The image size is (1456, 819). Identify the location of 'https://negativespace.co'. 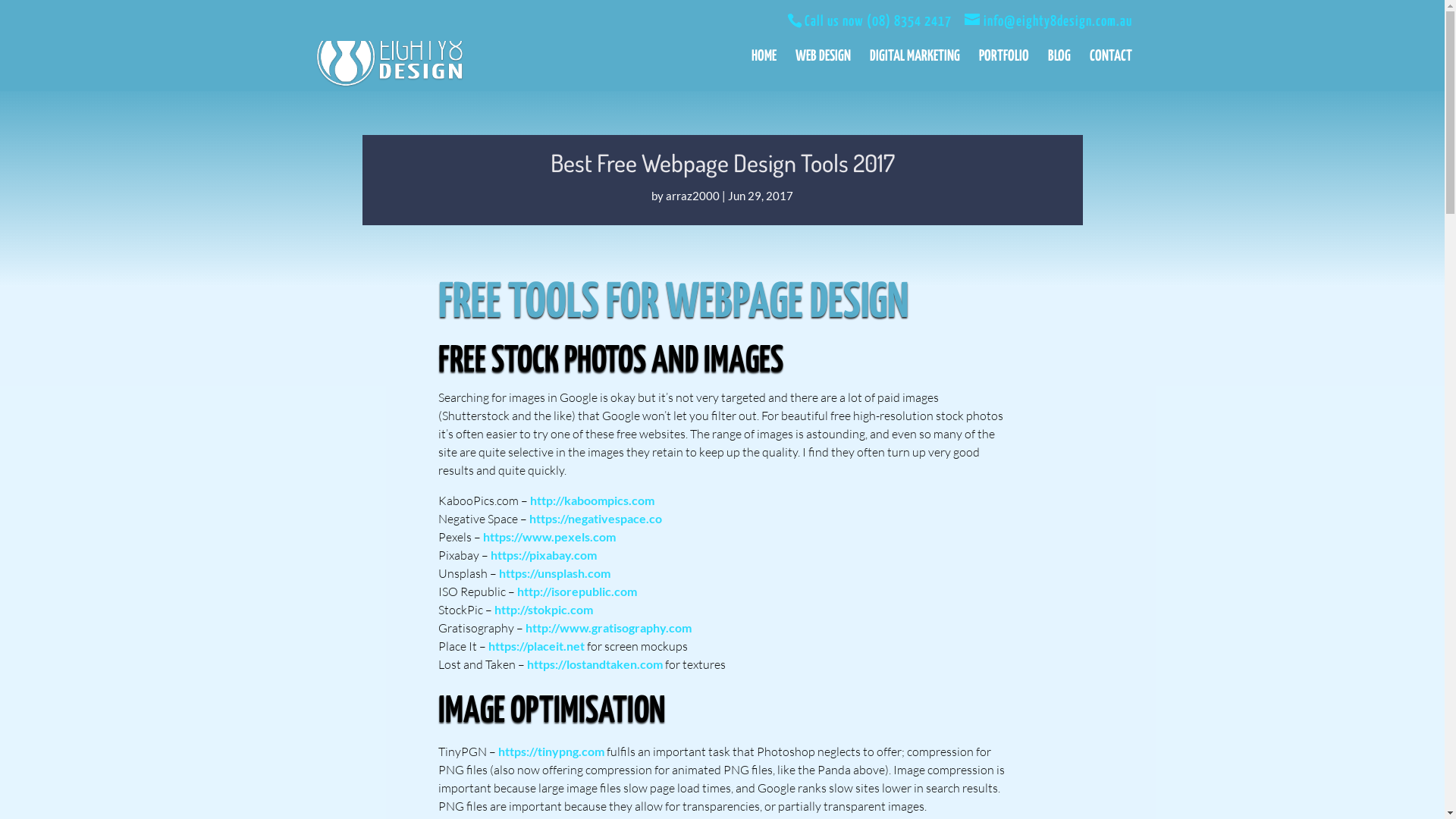
(595, 517).